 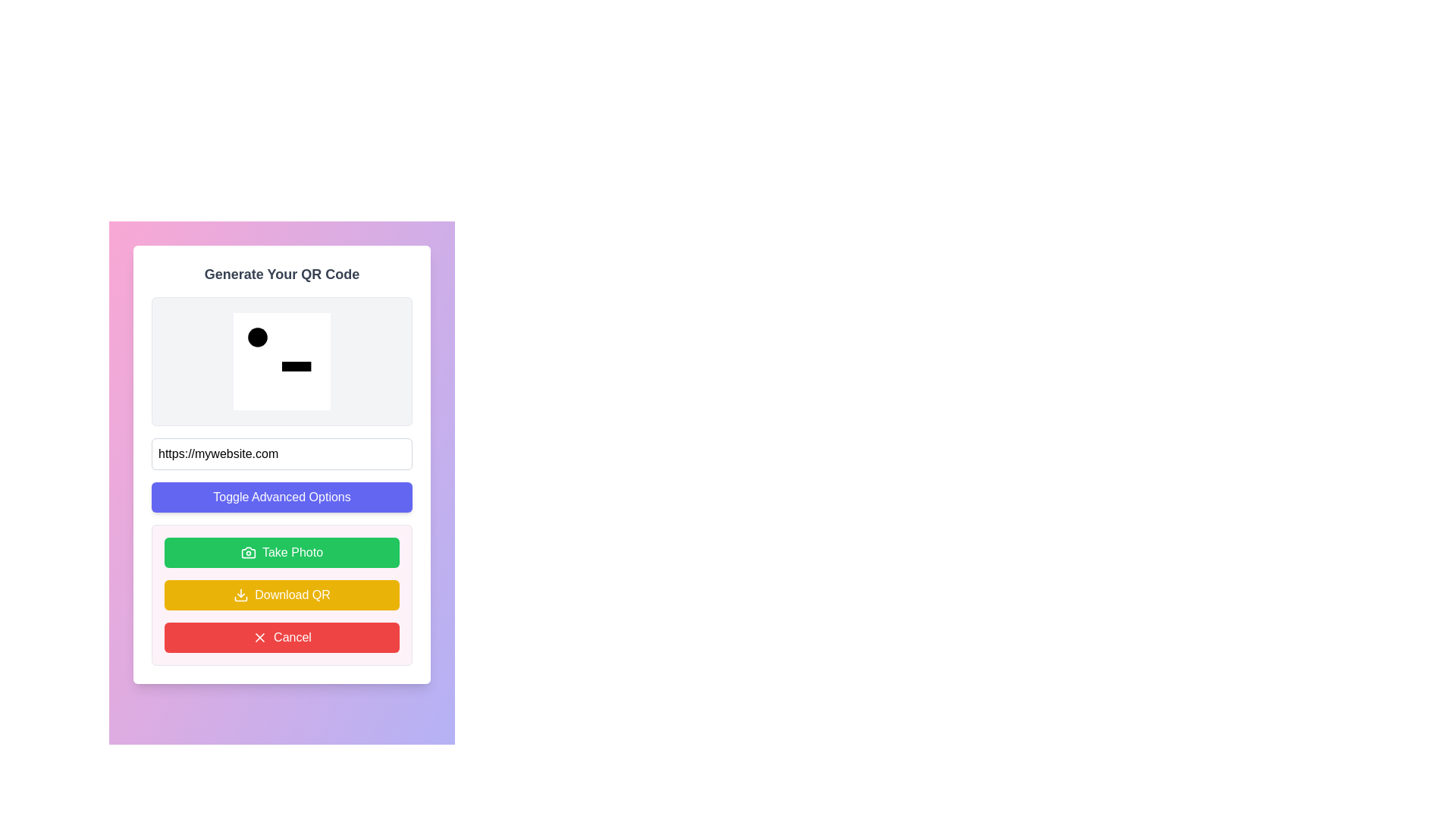 I want to click on the toggle button located centrally in the vertical layout, so click(x=282, y=497).